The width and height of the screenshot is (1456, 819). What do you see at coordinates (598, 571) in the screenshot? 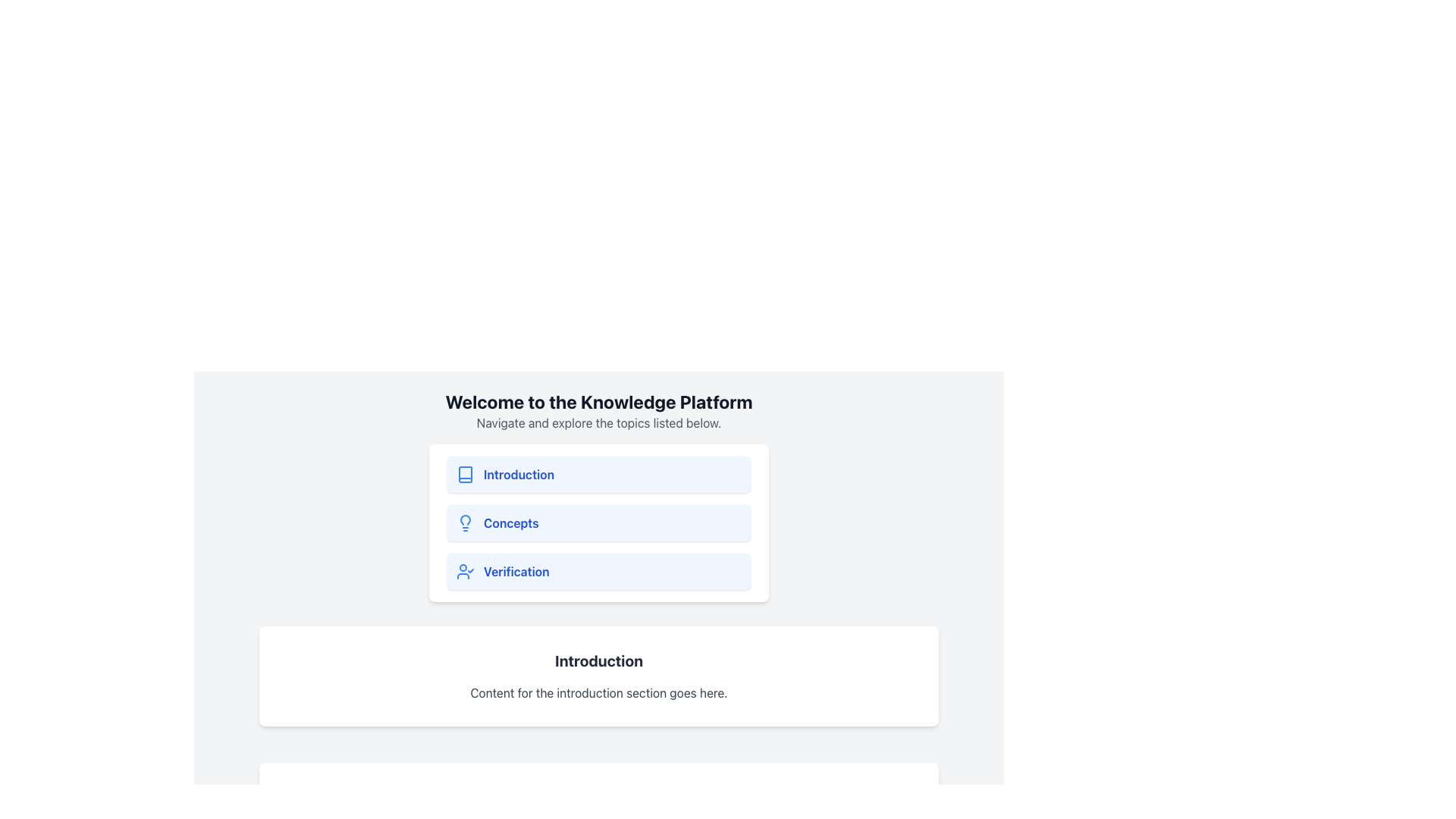
I see `the 'Verification' button, which is the third button in a vertical list` at bounding box center [598, 571].